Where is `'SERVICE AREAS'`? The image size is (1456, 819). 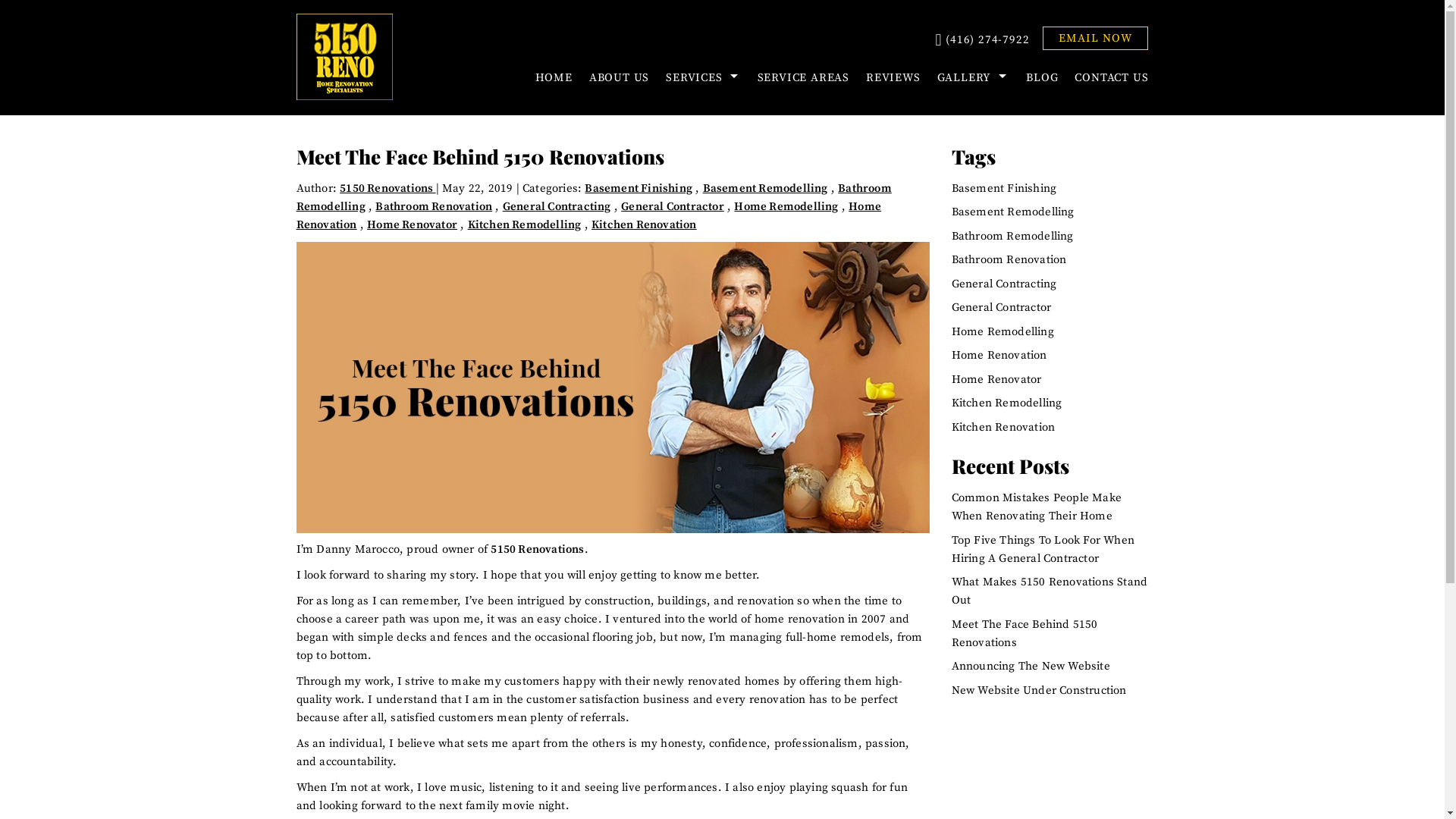 'SERVICE AREAS' is located at coordinates (802, 77).